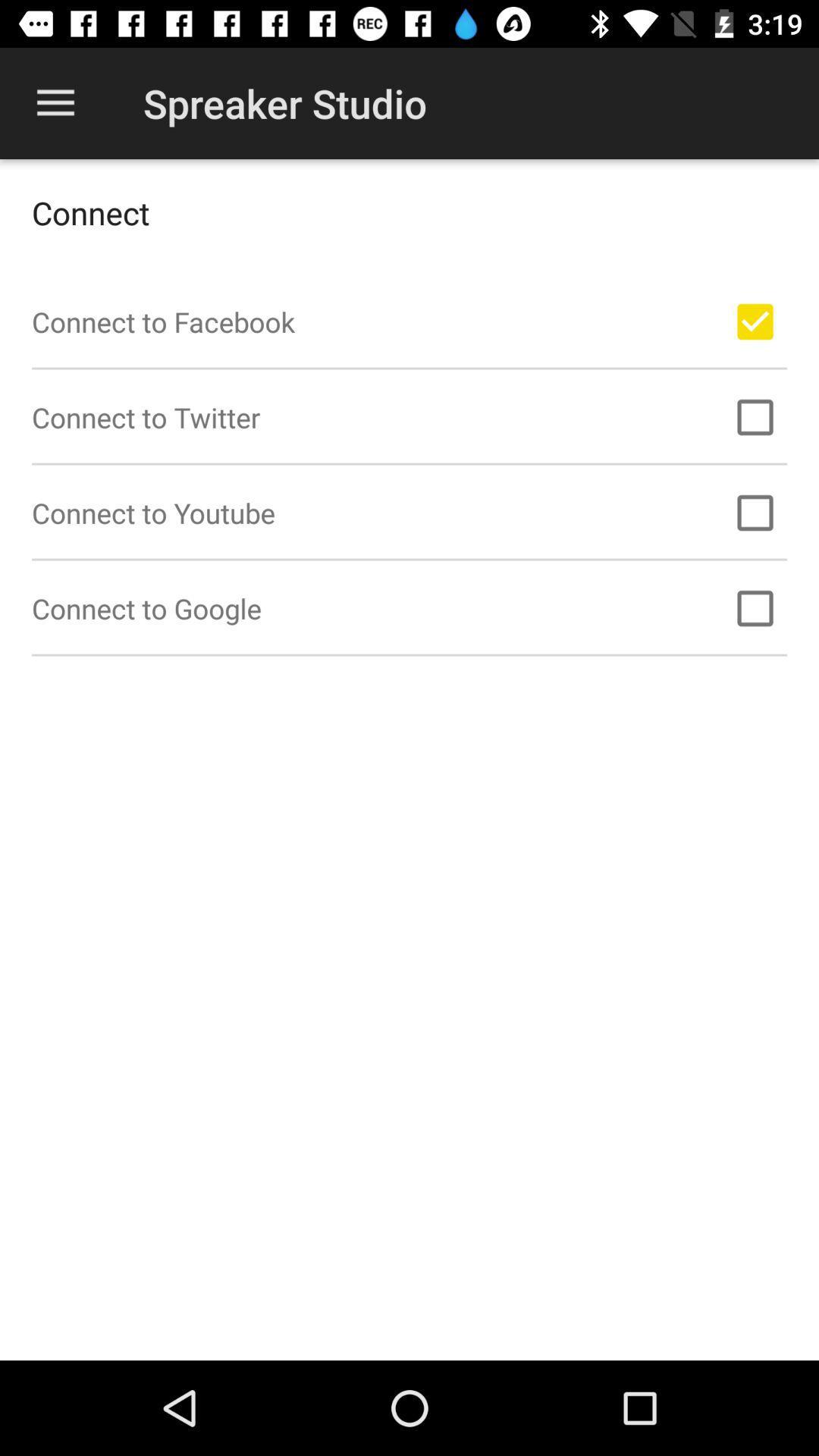 The image size is (819, 1456). I want to click on the icon above connect icon, so click(55, 102).